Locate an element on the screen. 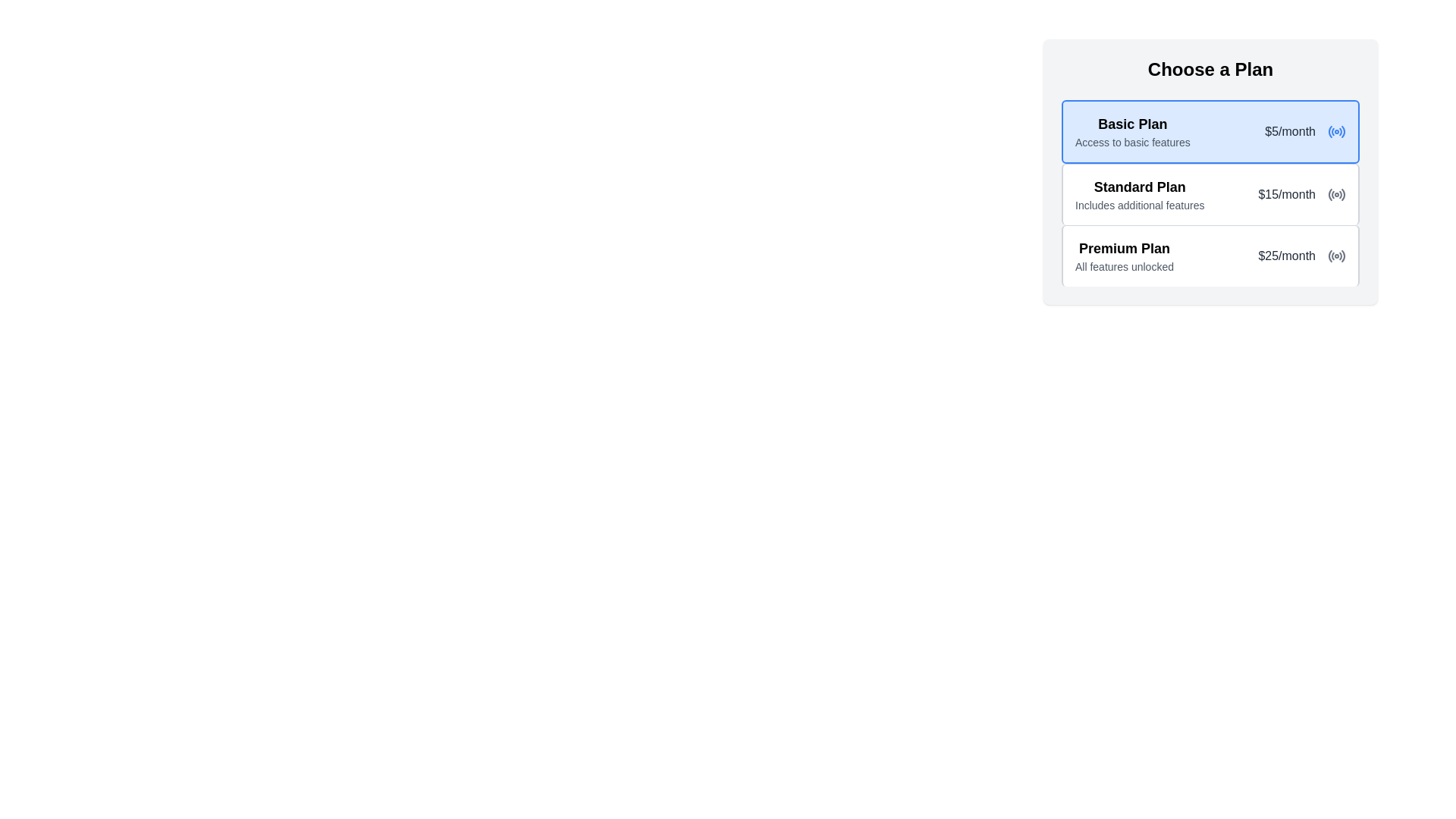 The height and width of the screenshot is (819, 1456). pricing information displayed in the text label showing '$5/month' in dark gray color within the 'Basic Plan' information box is located at coordinates (1304, 130).